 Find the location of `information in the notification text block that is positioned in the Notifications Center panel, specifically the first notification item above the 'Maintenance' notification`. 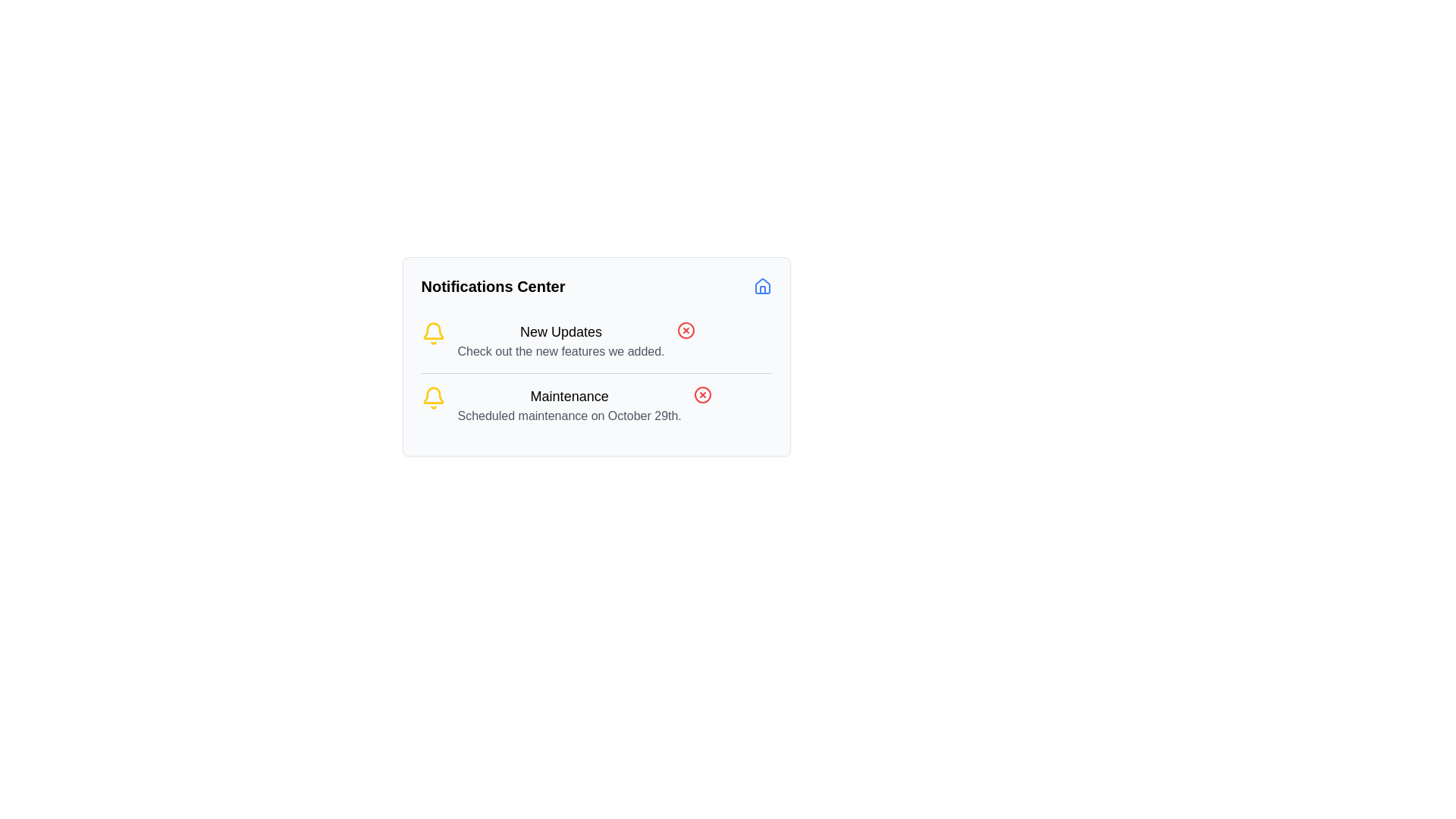

information in the notification text block that is positioned in the Notifications Center panel, specifically the first notification item above the 'Maintenance' notification is located at coordinates (560, 341).